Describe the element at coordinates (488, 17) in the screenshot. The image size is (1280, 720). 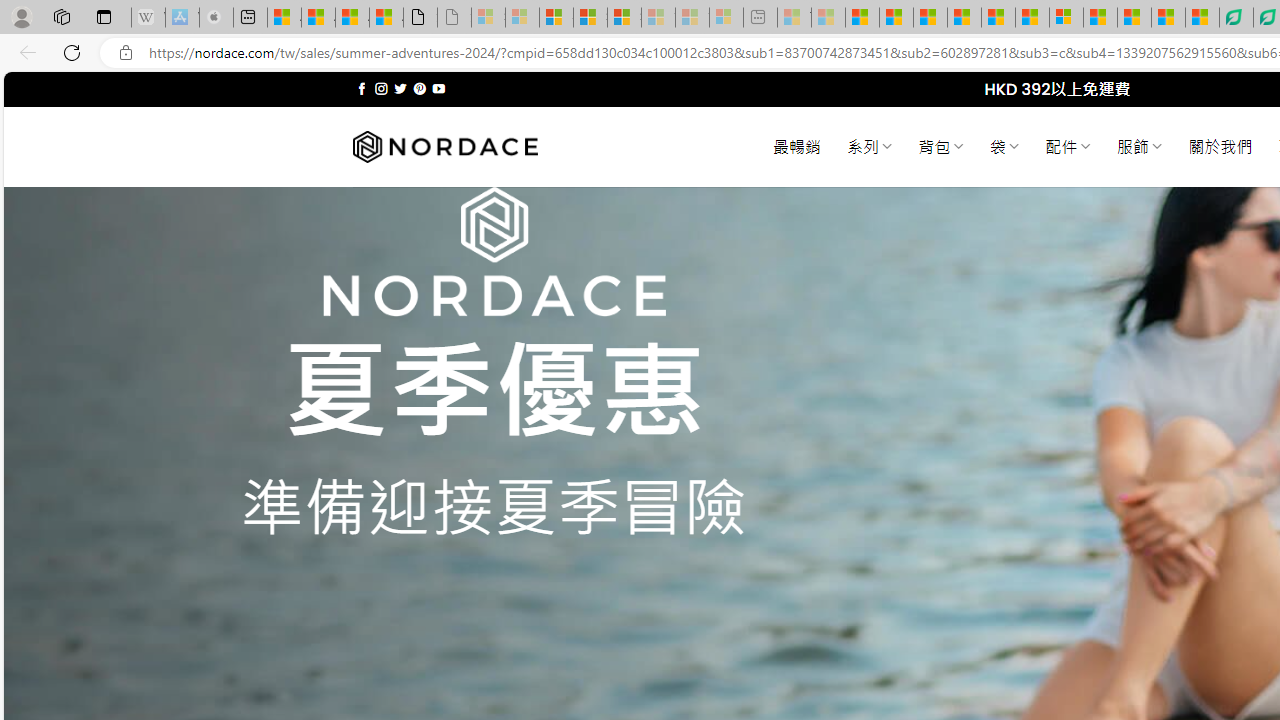
I see `'Sign in to your Microsoft account - Sleeping'` at that location.